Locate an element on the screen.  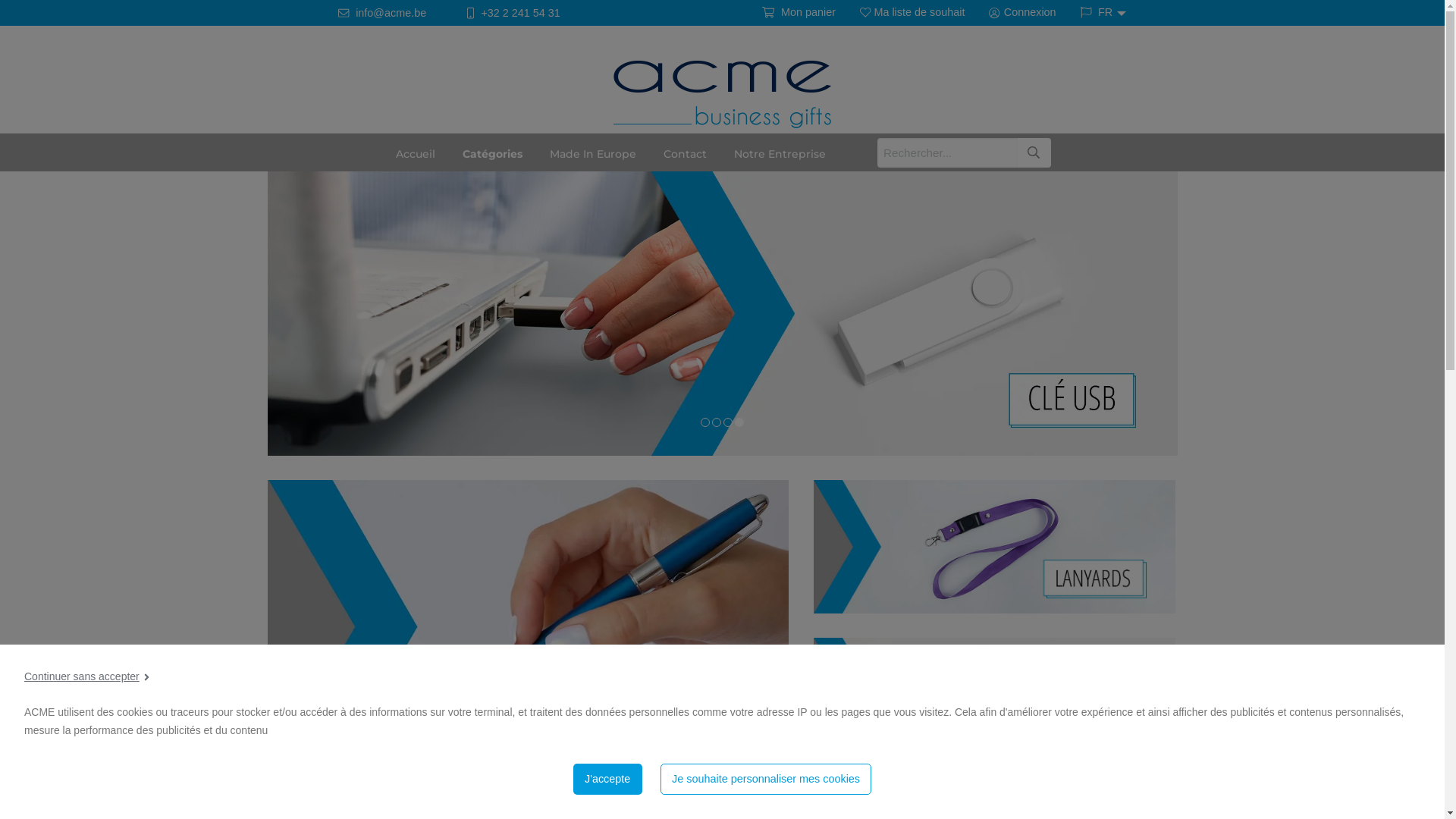
'Je souhaite personnaliser mes cookies' is located at coordinates (766, 779).